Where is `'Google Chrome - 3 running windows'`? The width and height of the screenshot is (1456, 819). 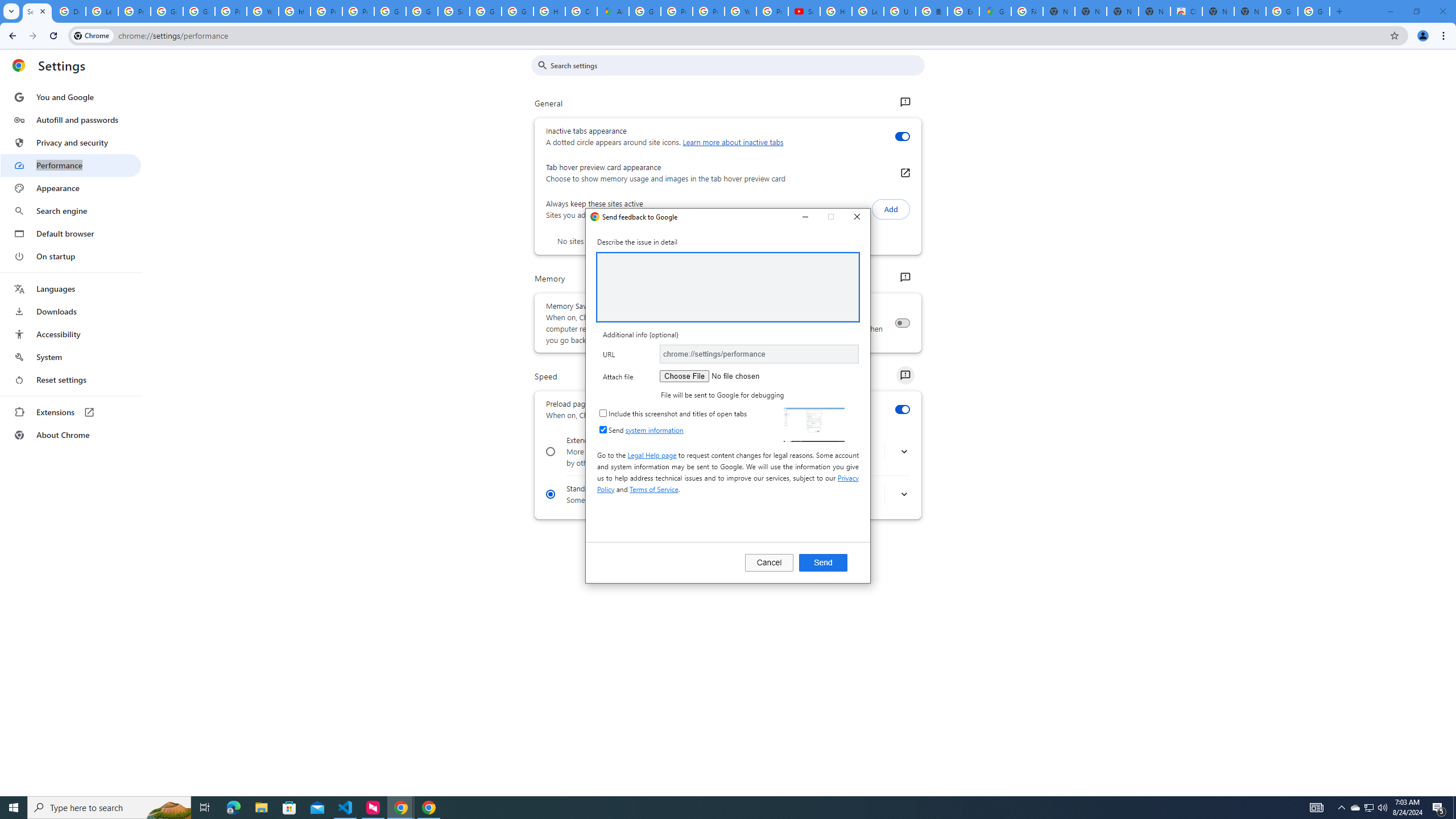
'Google Chrome - 3 running windows' is located at coordinates (401, 806).